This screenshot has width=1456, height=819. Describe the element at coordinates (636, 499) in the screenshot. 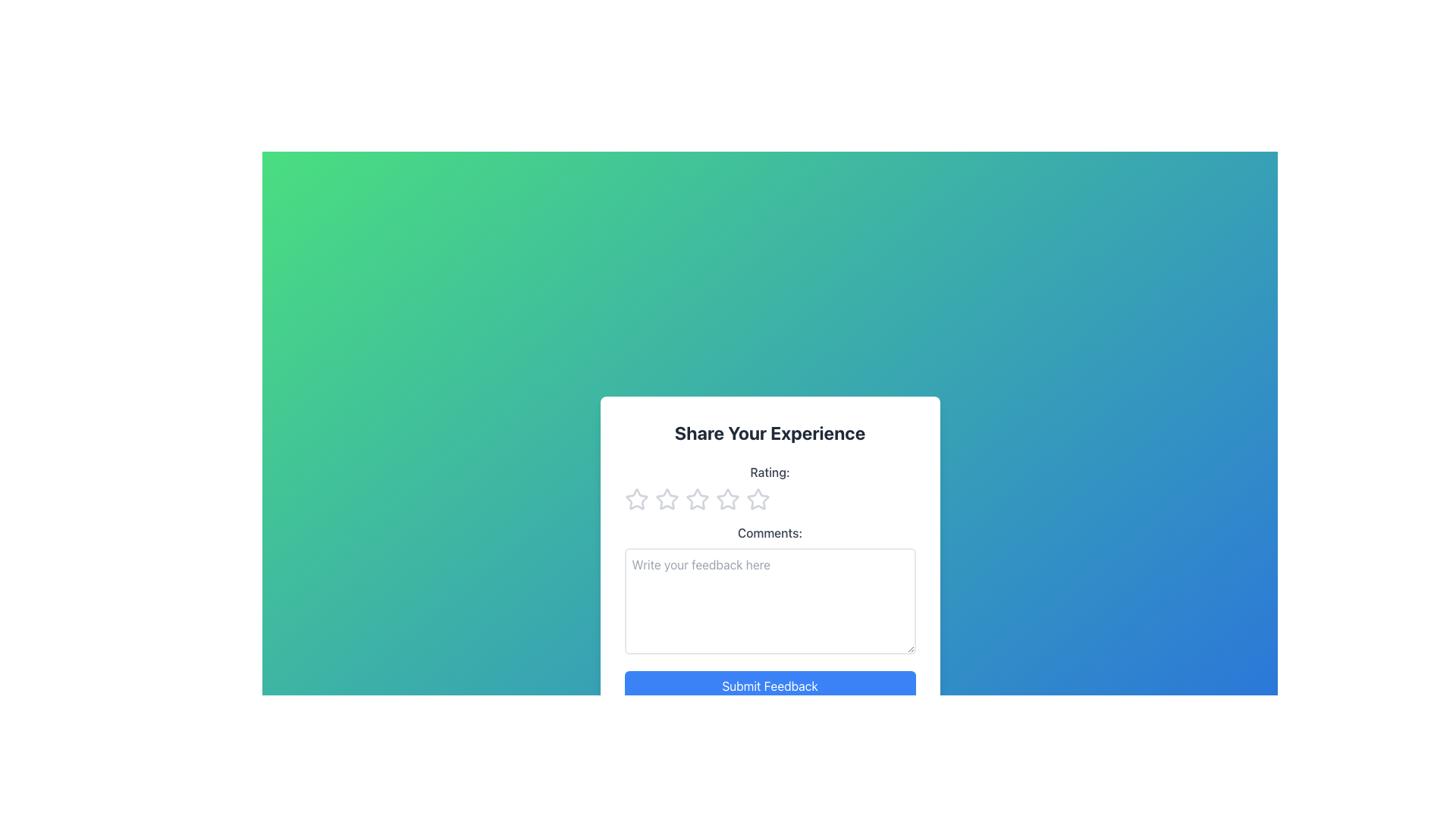

I see `the first star icon` at that location.